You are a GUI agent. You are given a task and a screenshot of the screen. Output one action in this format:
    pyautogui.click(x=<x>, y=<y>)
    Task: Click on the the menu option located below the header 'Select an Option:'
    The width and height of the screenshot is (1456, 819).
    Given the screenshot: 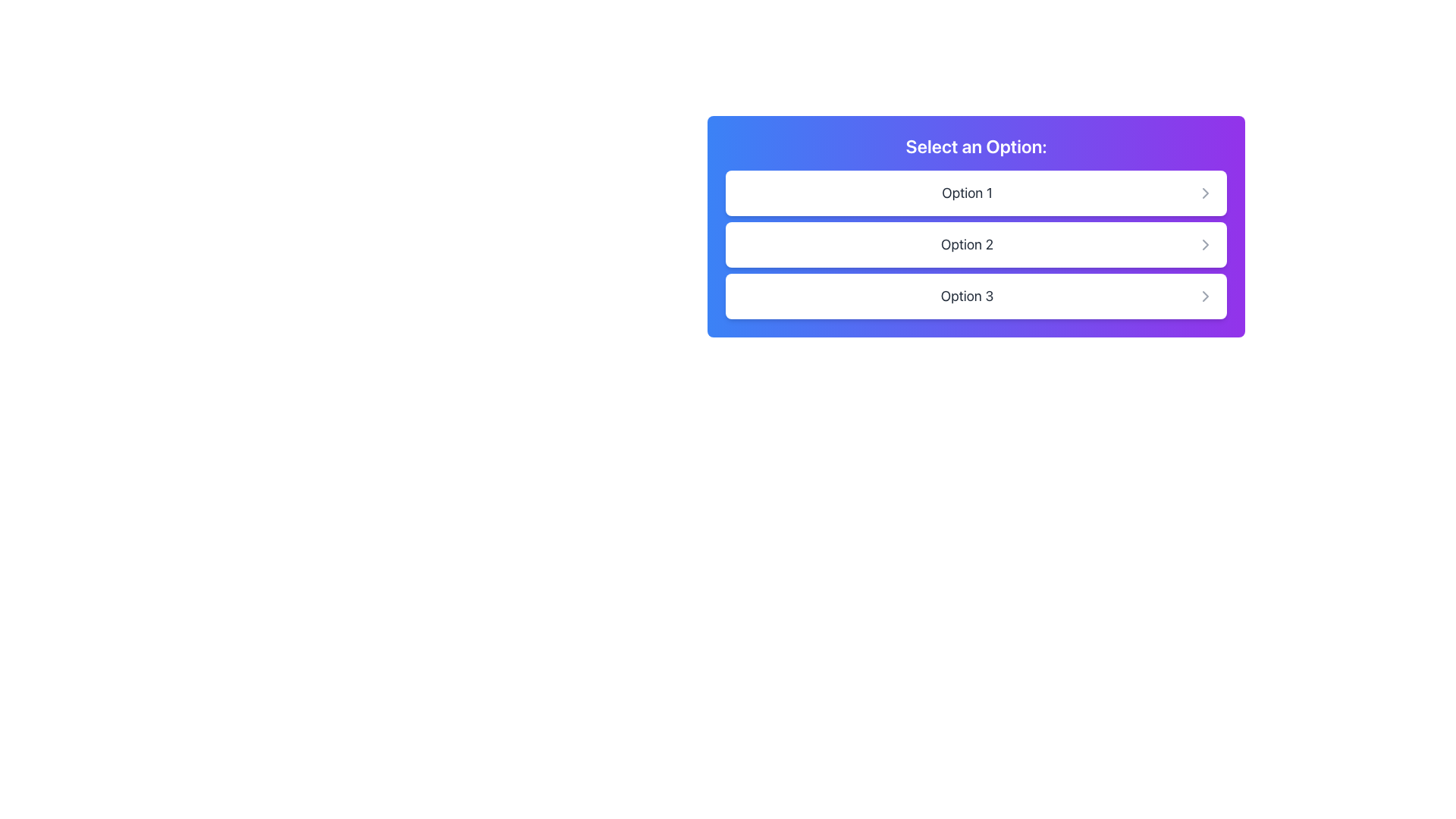 What is the action you would take?
    pyautogui.click(x=976, y=244)
    